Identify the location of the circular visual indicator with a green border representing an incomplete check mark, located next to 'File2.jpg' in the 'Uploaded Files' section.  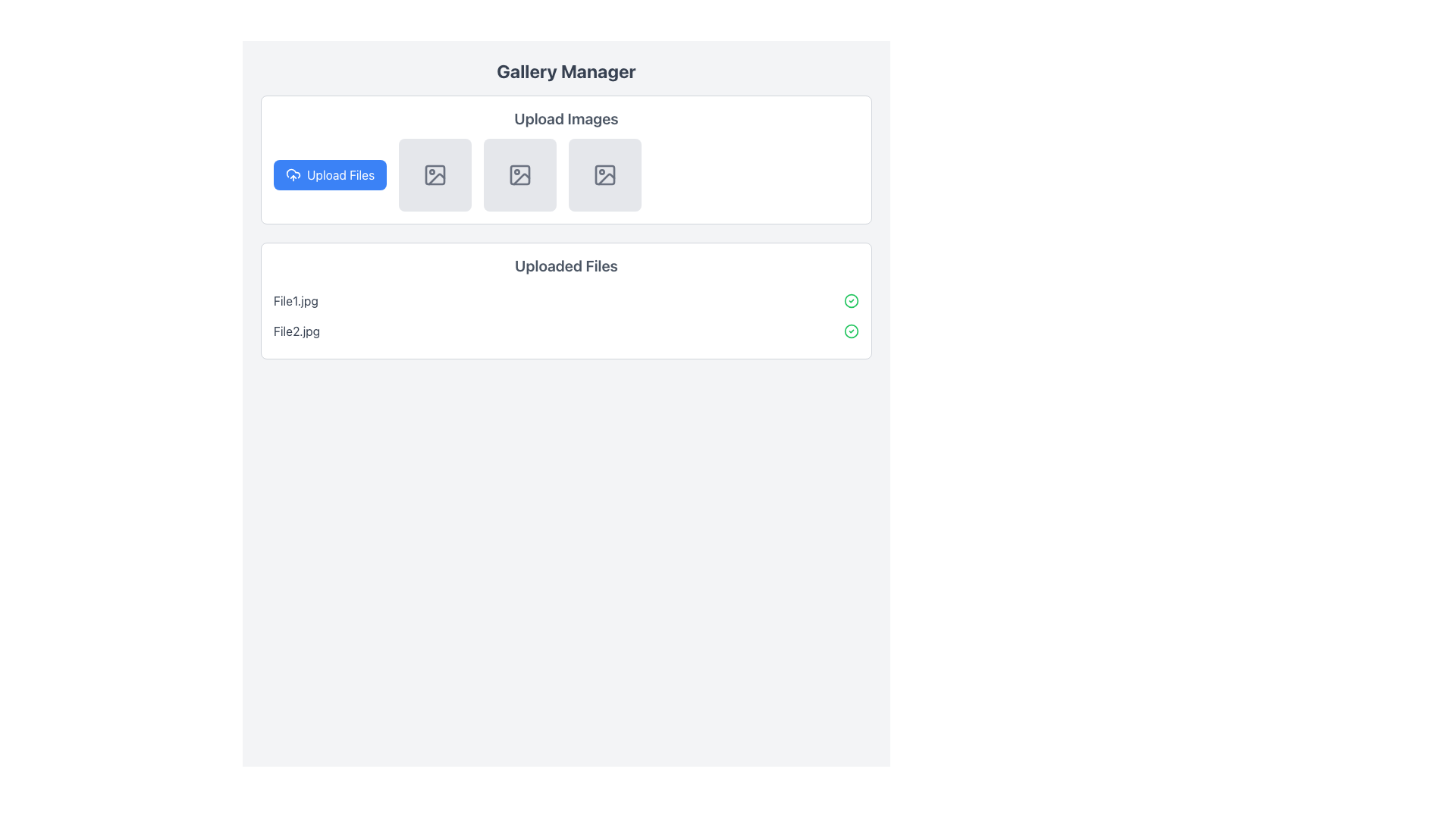
(852, 330).